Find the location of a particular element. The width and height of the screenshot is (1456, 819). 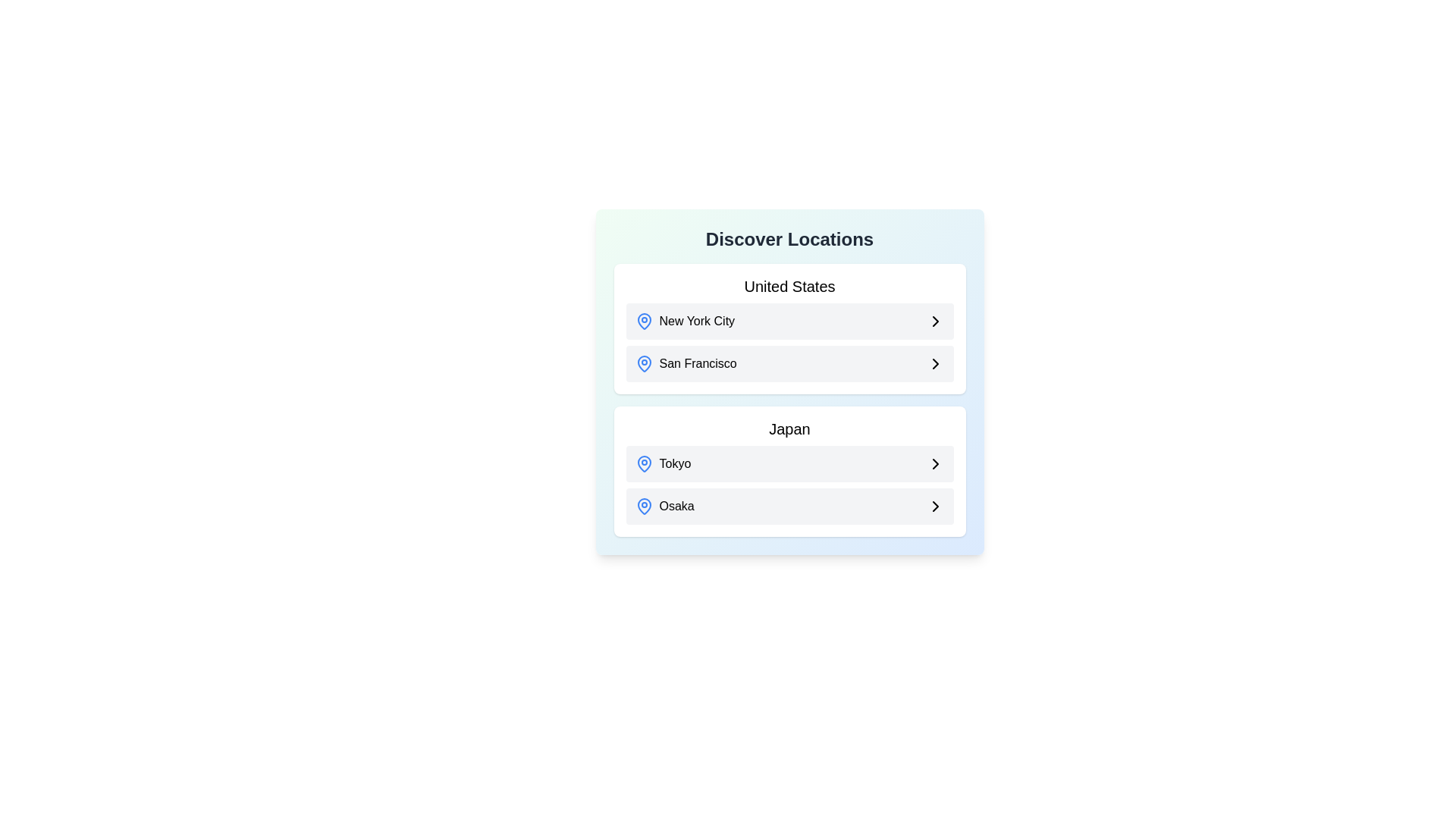

the right-facing chevron icon in the 'Osaka' section under the 'Japan' category on the Discover Locations page is located at coordinates (934, 506).